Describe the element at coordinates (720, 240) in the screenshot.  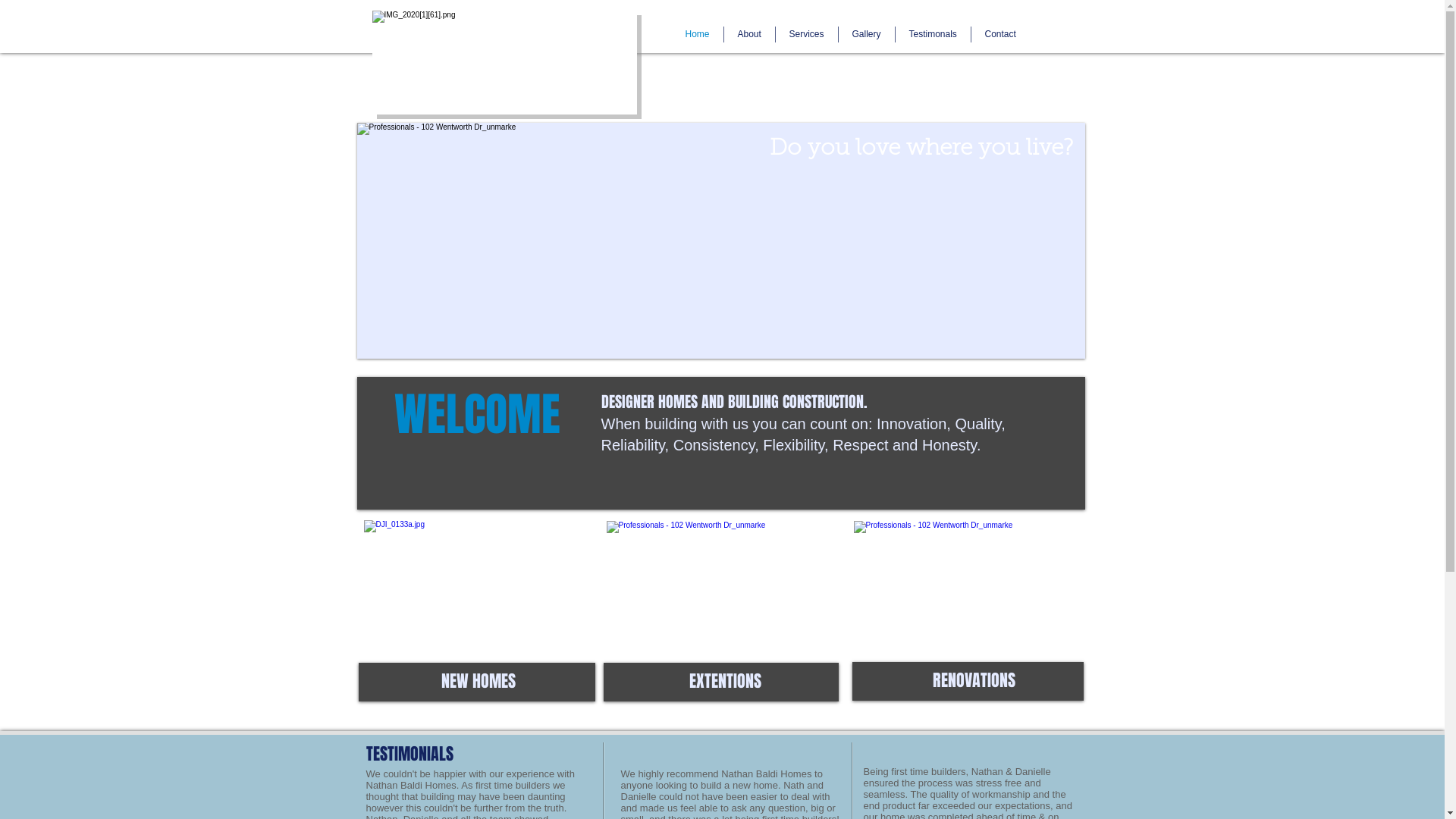
I see `'main1.jpg 2015-9-30-11:56:23'` at that location.